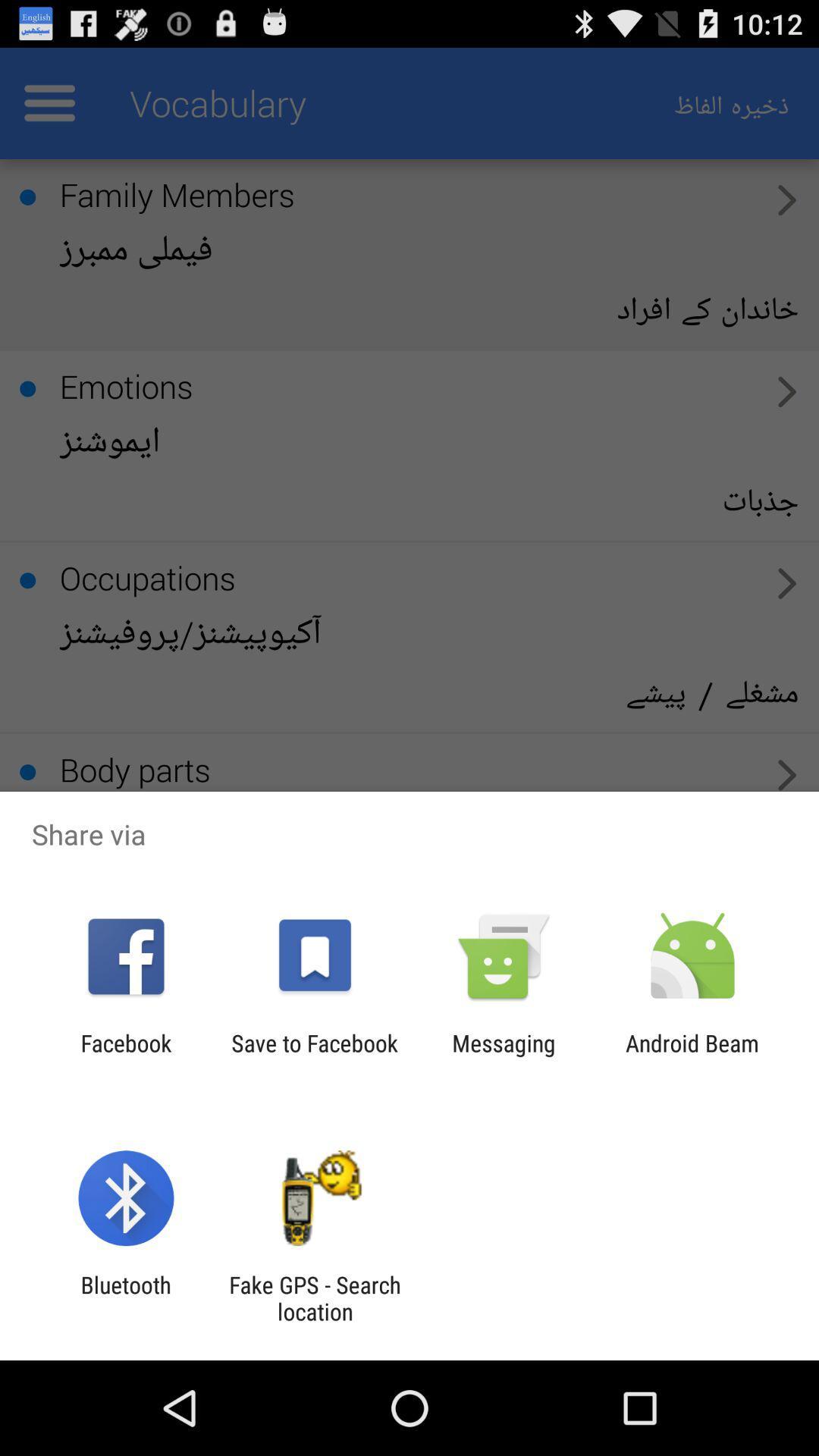  What do you see at coordinates (504, 1056) in the screenshot?
I see `the item next to save to facebook item` at bounding box center [504, 1056].